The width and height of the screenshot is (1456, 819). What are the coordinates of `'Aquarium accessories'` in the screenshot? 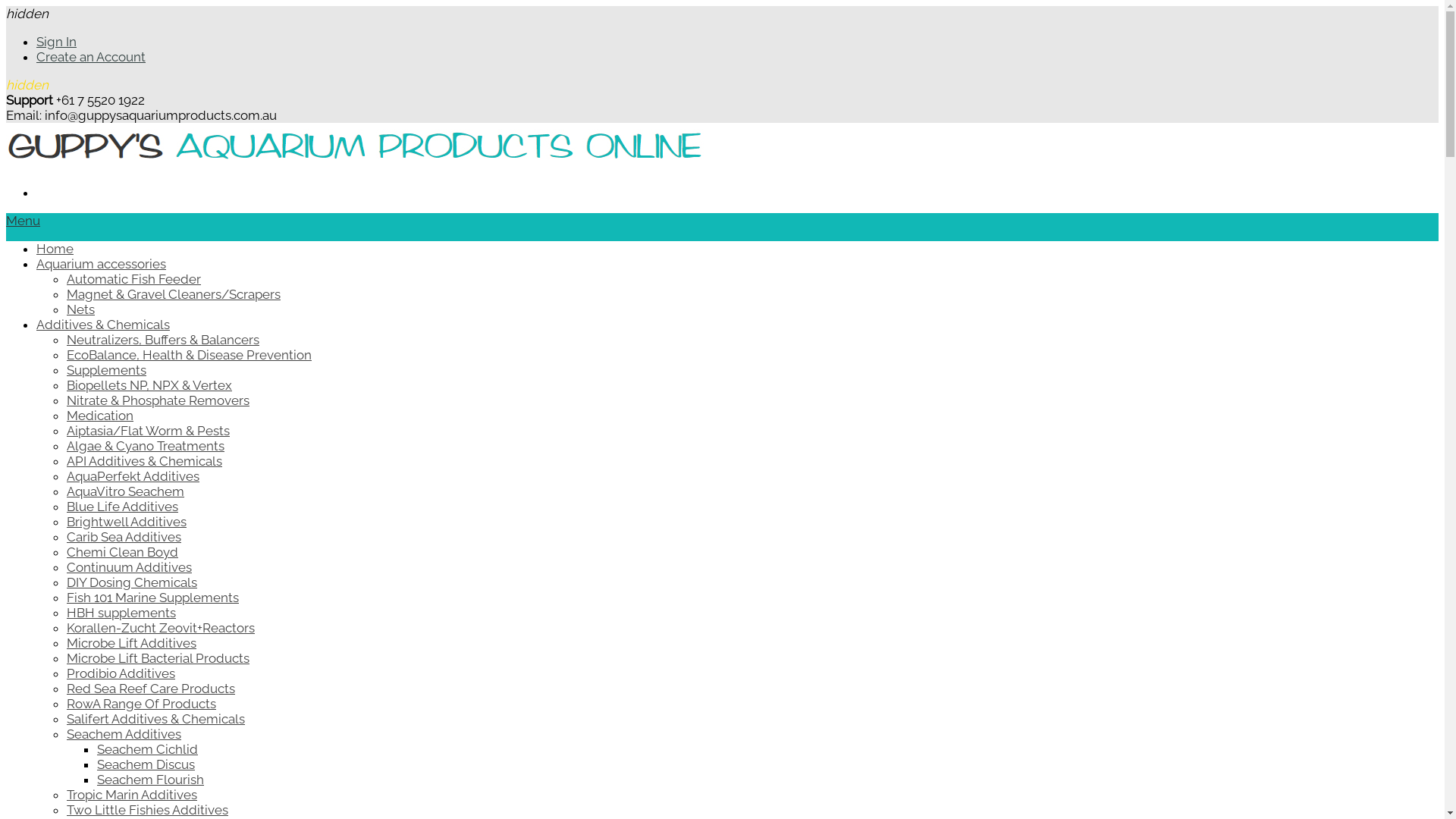 It's located at (36, 262).